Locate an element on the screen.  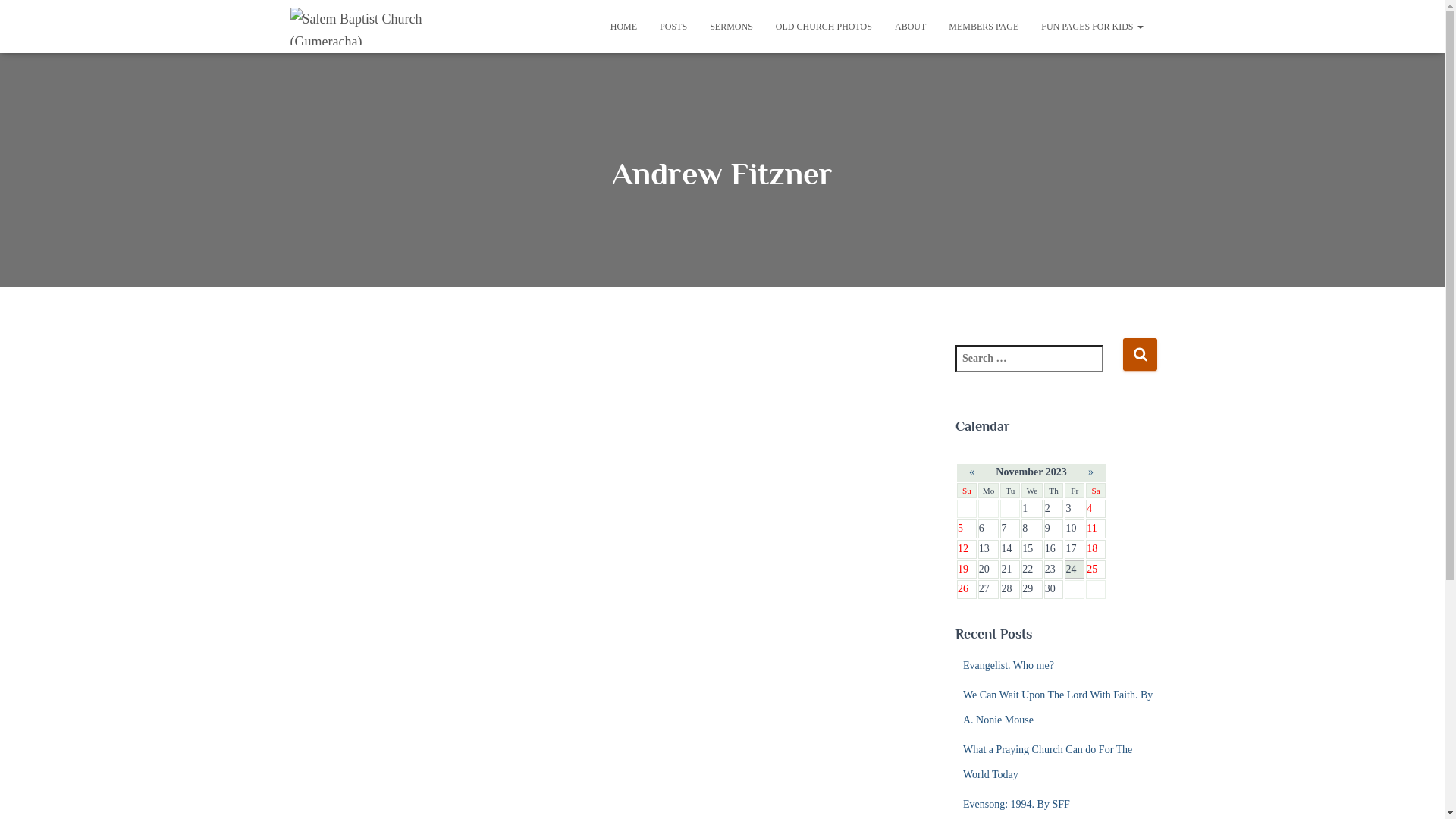
'HOME' is located at coordinates (623, 26).